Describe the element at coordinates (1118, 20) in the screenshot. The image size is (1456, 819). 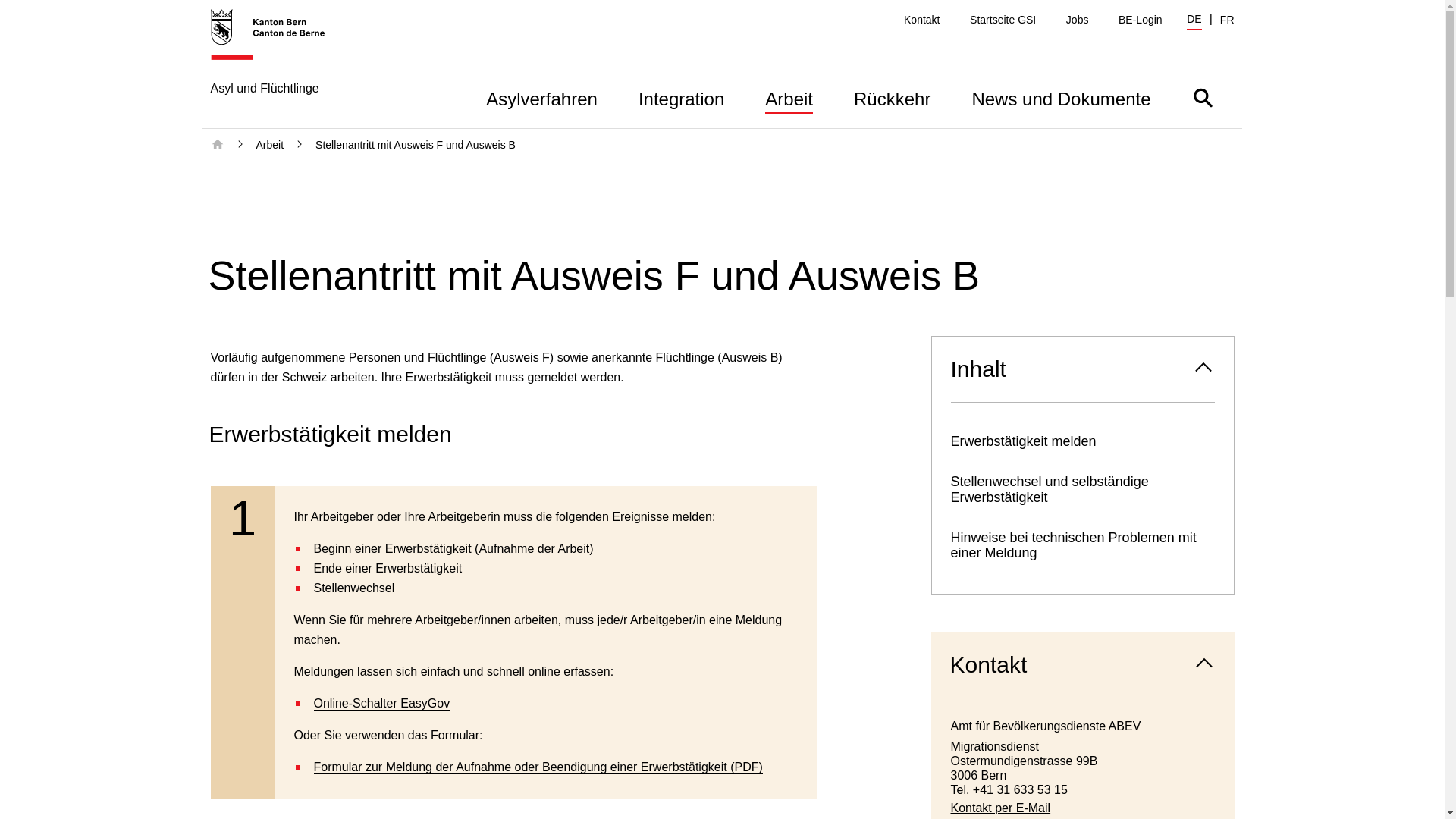
I see `'BE-Login'` at that location.